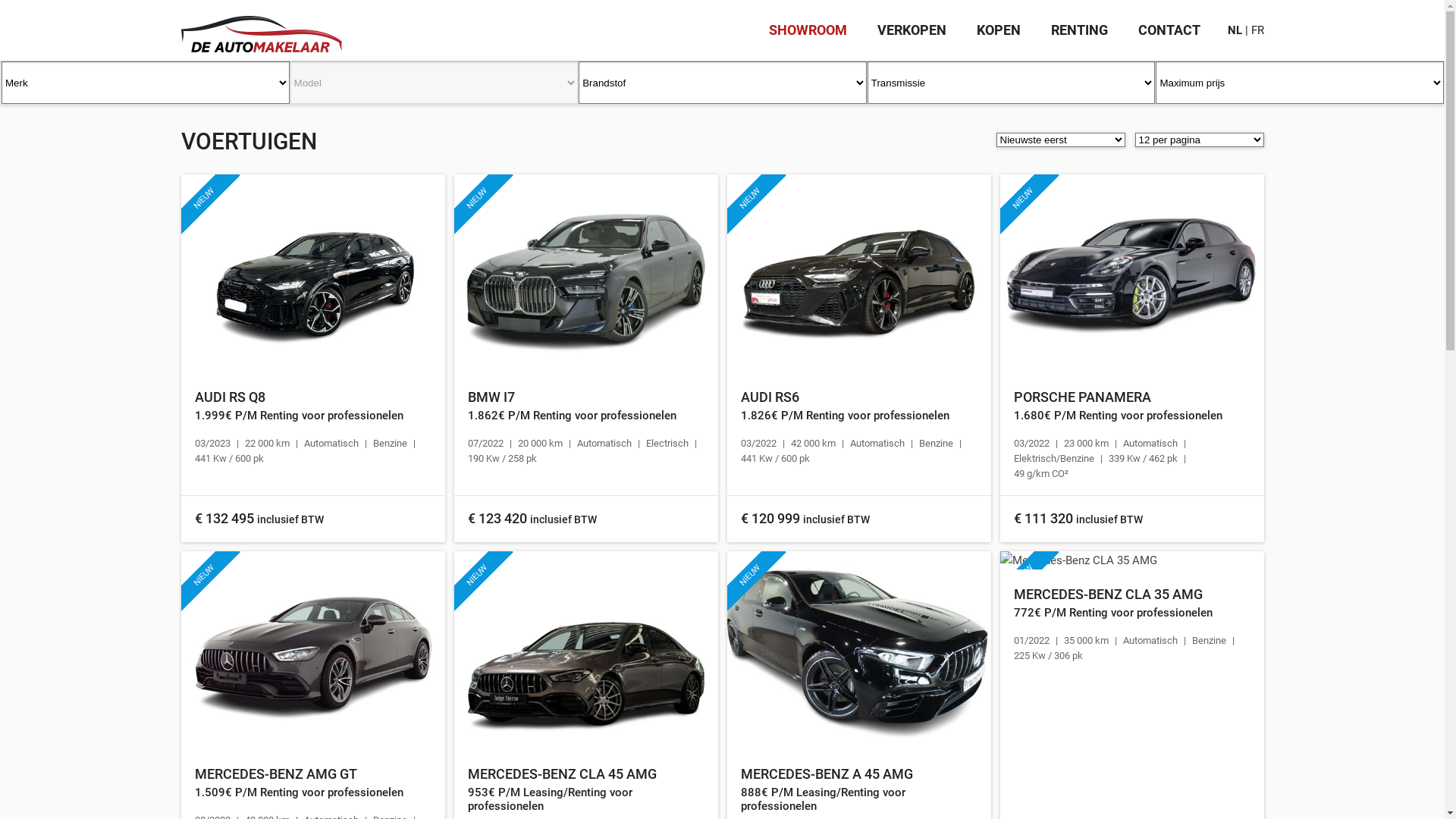 The image size is (1456, 819). Describe the element at coordinates (1050, 30) in the screenshot. I see `'RENTING'` at that location.